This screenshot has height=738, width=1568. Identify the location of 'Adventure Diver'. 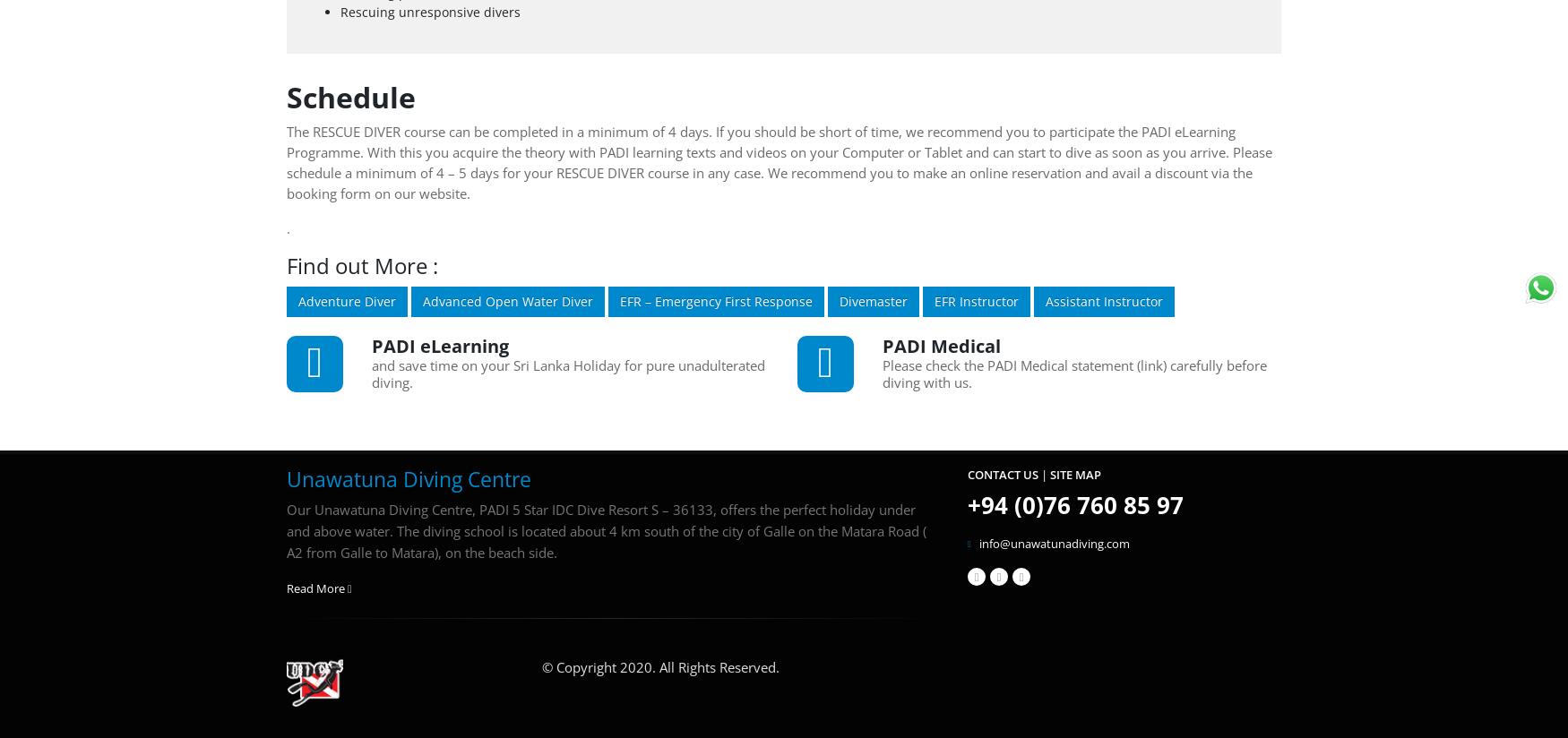
(346, 300).